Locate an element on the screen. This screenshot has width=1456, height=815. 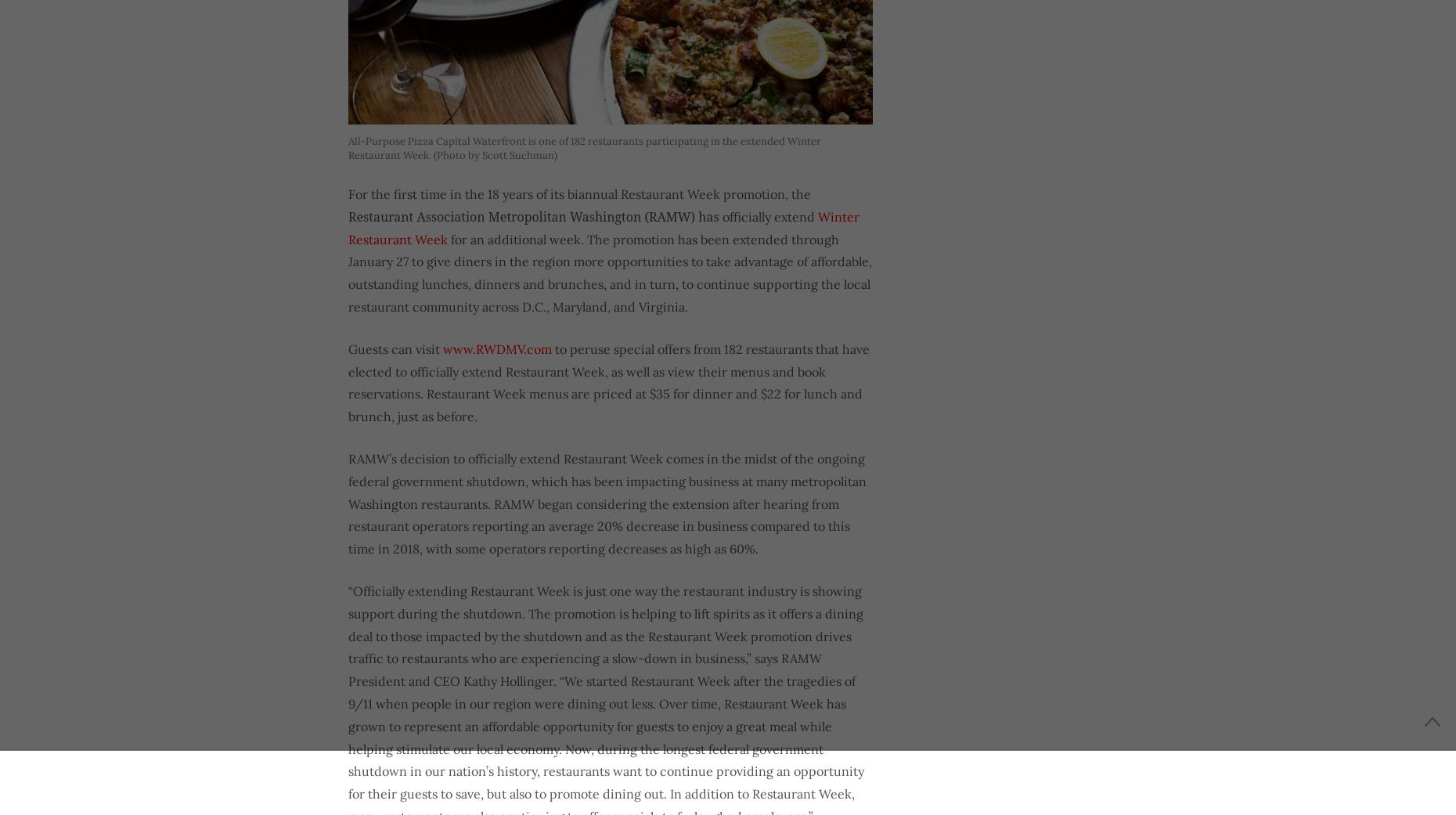
'All-Purpose Pizza Capital Waterfront is one of 182 restaurants participating in the extended Winter Restaurant Week. (Photo by Scott Suchman)' is located at coordinates (584, 148).